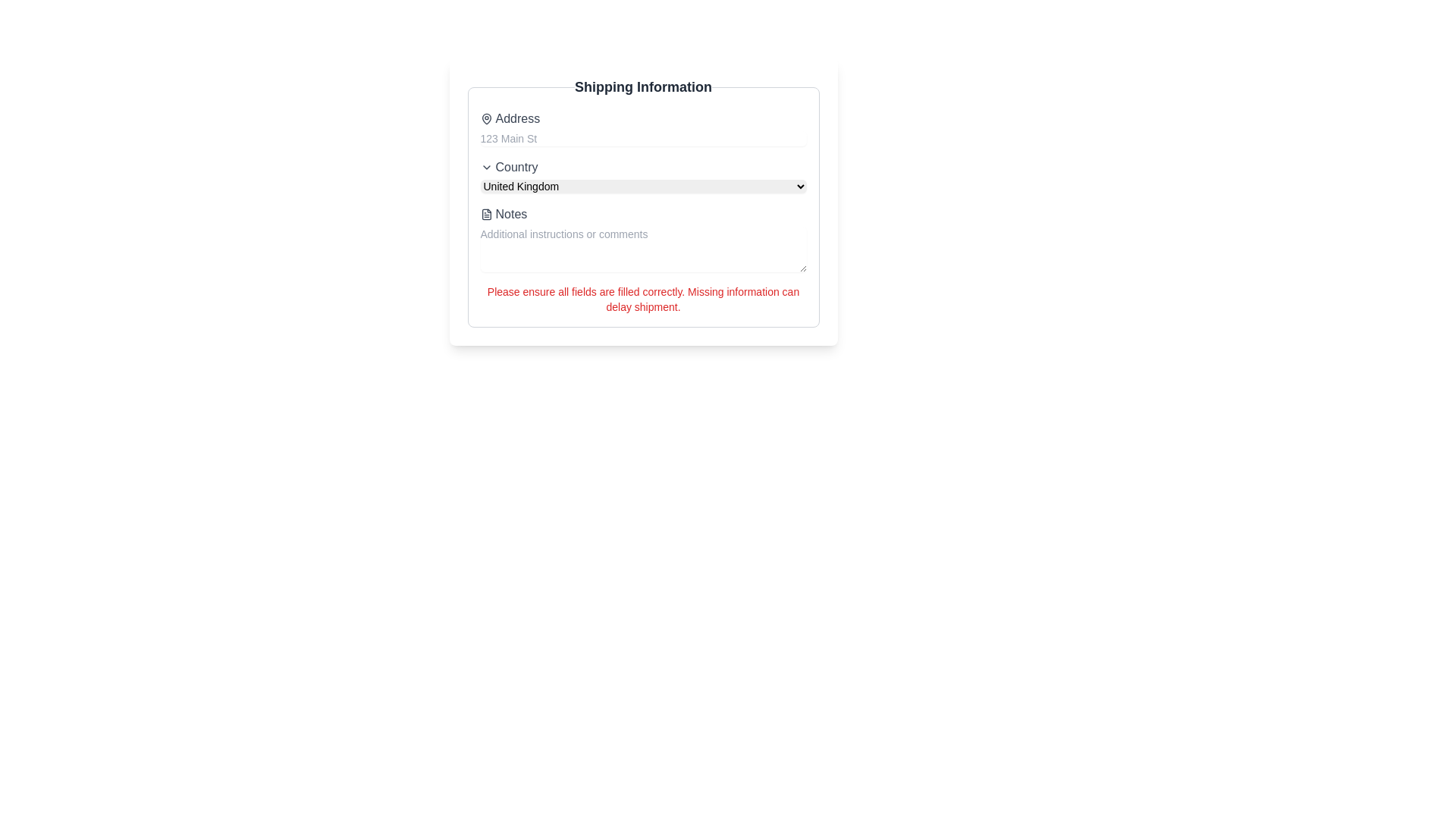  I want to click on the dropdown menu displaying 'United Kingdom' in the 'Shipping Information' section by tabbing through the interactive elements, so click(643, 186).